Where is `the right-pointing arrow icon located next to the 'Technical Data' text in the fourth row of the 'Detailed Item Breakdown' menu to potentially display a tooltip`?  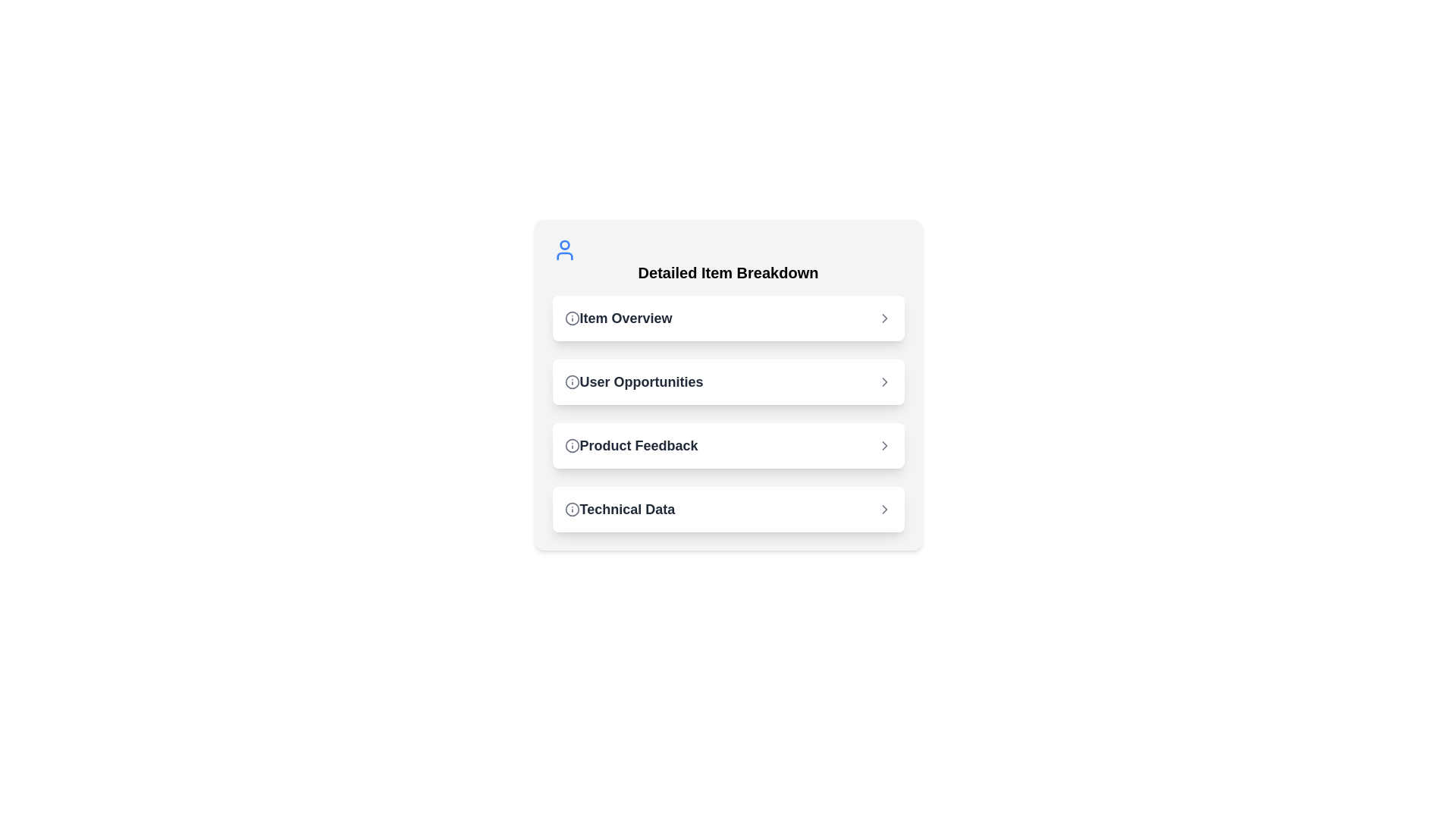
the right-pointing arrow icon located next to the 'Technical Data' text in the fourth row of the 'Detailed Item Breakdown' menu to potentially display a tooltip is located at coordinates (884, 509).